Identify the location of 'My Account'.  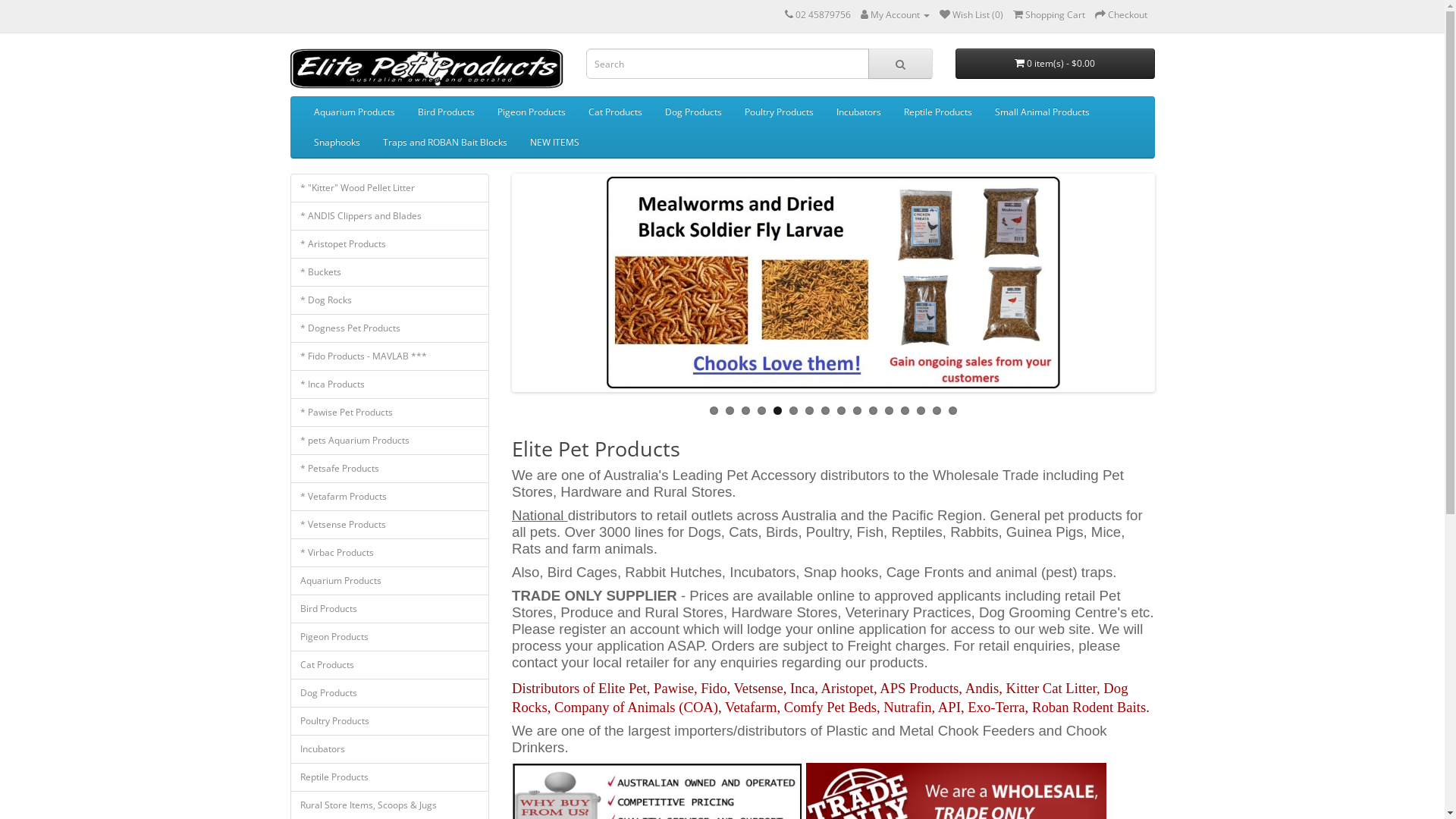
(894, 14).